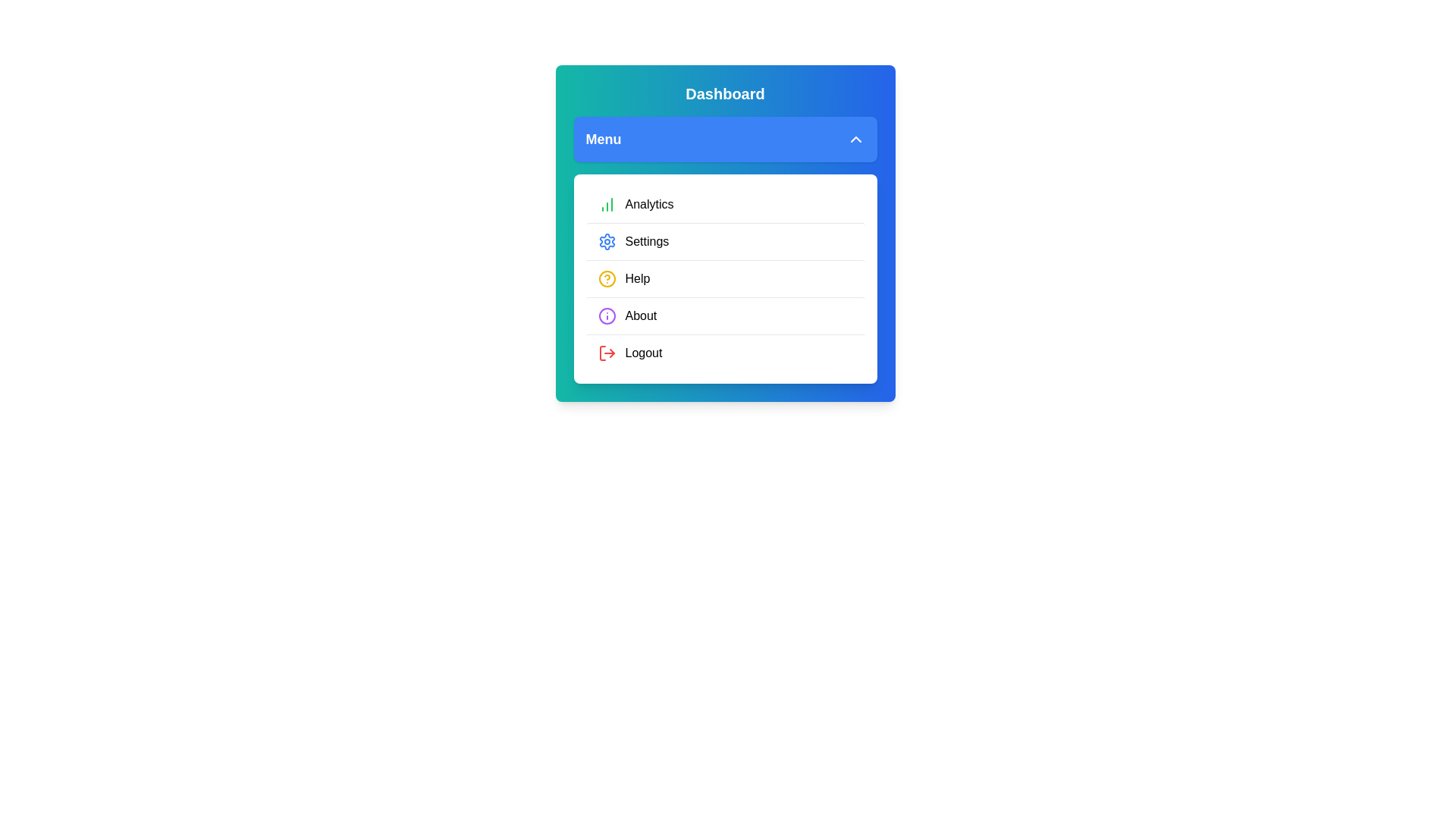 This screenshot has width=1456, height=819. Describe the element at coordinates (607, 241) in the screenshot. I see `the blue decorative gear-like icon located in the dropdown menu adjacent to the 'Settings' label` at that location.